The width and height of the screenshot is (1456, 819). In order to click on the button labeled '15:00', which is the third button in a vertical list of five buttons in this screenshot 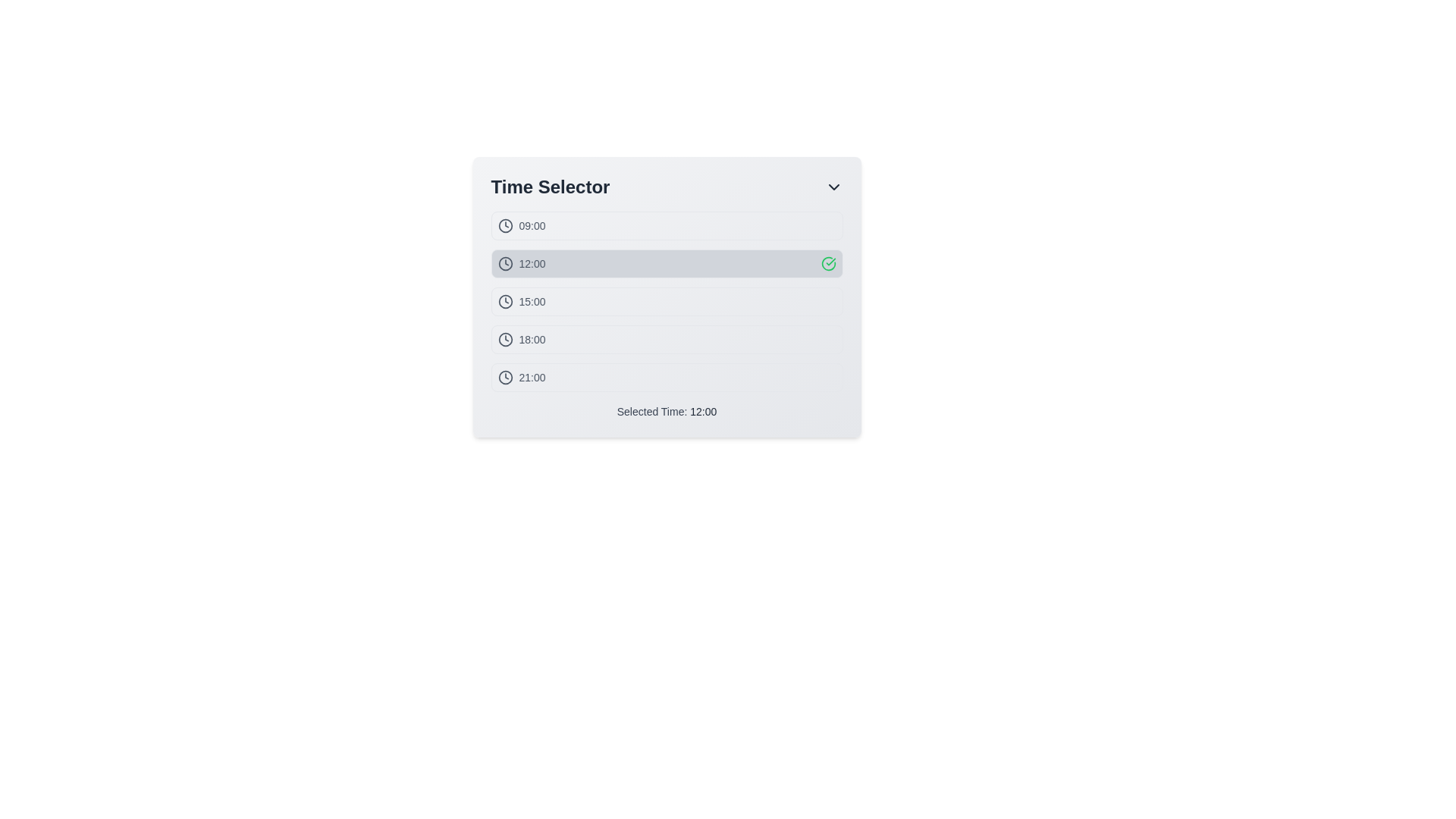, I will do `click(667, 301)`.